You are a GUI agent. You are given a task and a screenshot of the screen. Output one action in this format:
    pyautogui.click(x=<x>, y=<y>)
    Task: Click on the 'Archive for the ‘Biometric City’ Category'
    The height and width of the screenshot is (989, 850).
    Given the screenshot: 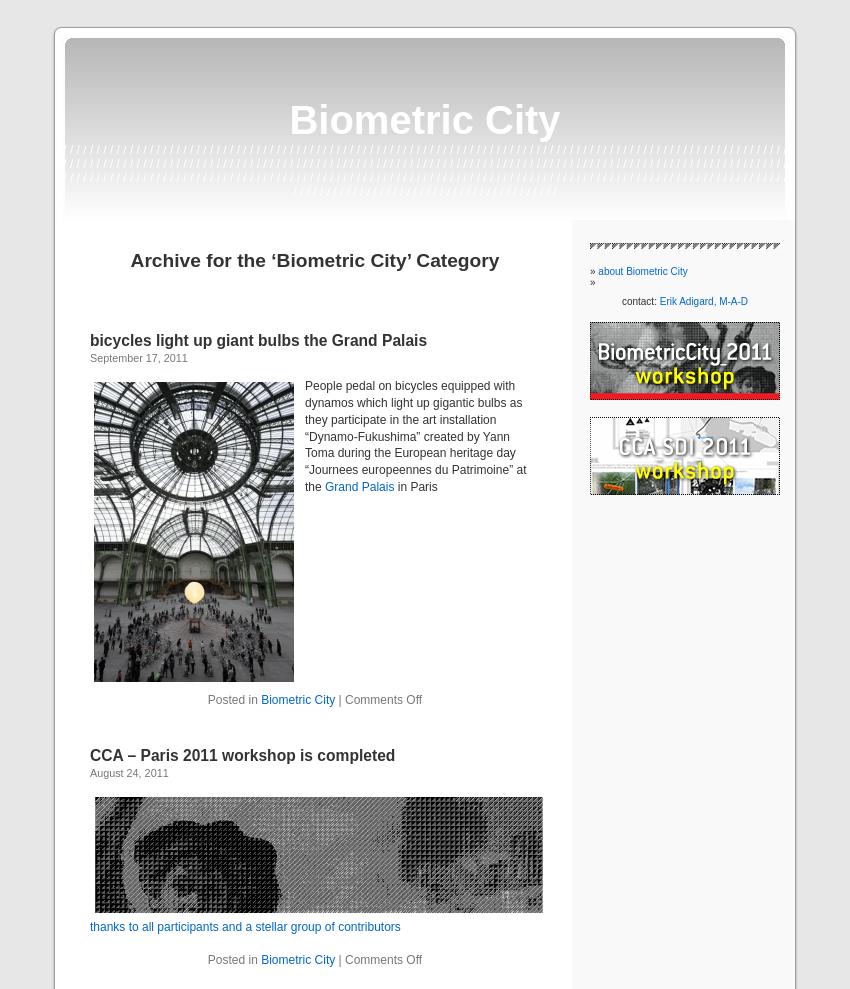 What is the action you would take?
    pyautogui.click(x=314, y=259)
    